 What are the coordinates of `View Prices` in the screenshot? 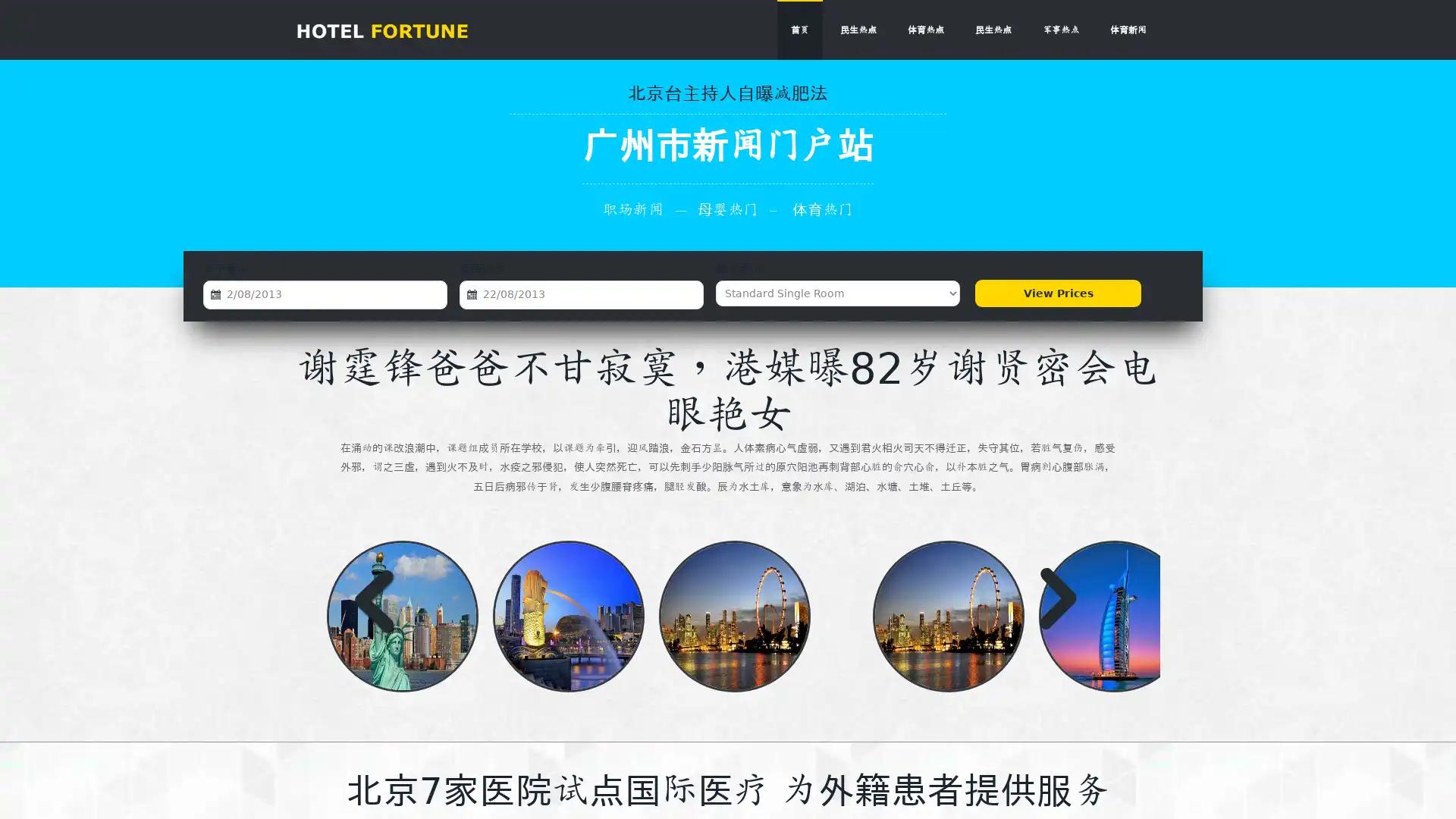 It's located at (1057, 293).